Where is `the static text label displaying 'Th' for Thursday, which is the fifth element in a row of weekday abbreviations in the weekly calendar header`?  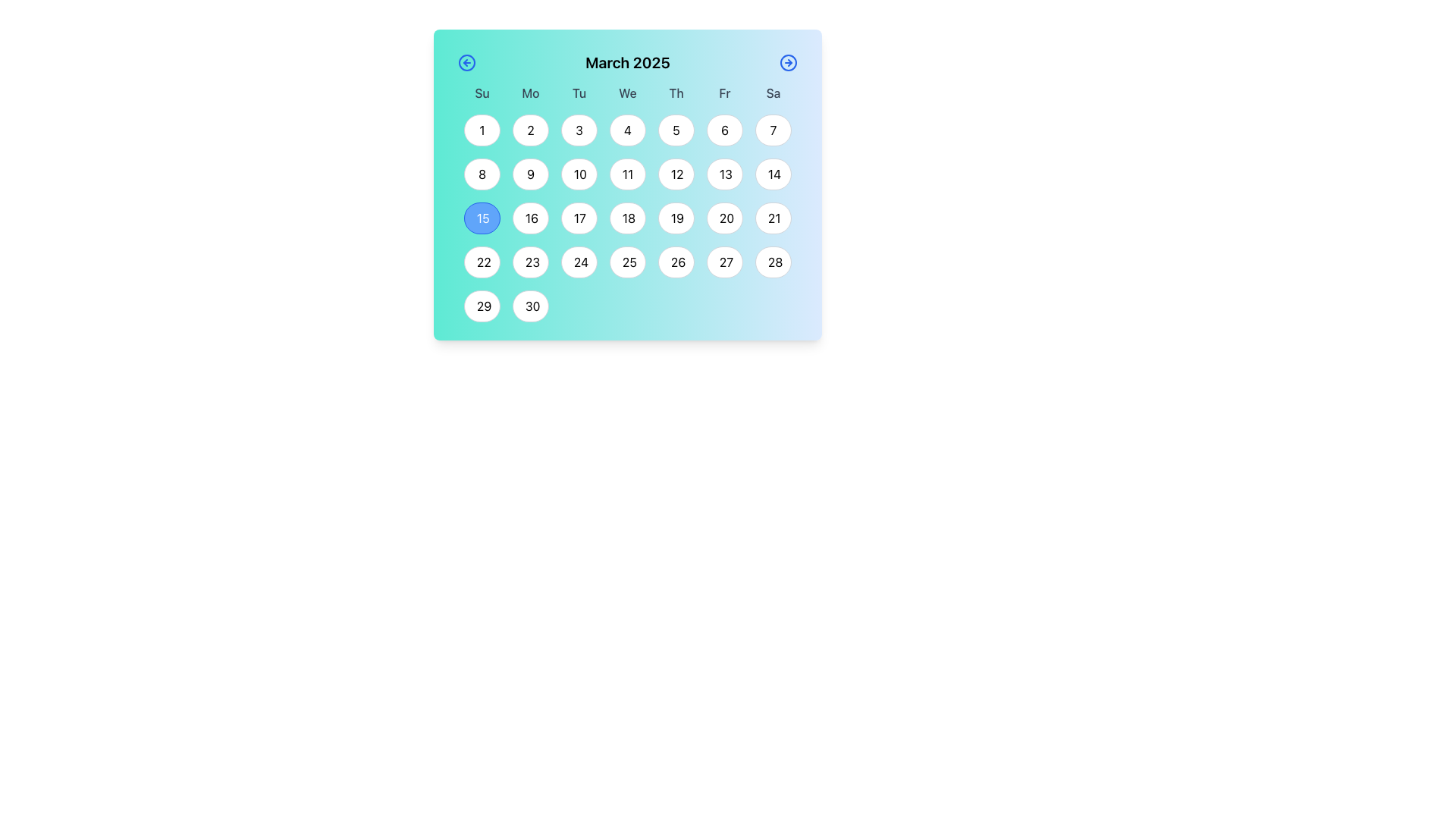 the static text label displaying 'Th' for Thursday, which is the fifth element in a row of weekday abbreviations in the weekly calendar header is located at coordinates (676, 93).